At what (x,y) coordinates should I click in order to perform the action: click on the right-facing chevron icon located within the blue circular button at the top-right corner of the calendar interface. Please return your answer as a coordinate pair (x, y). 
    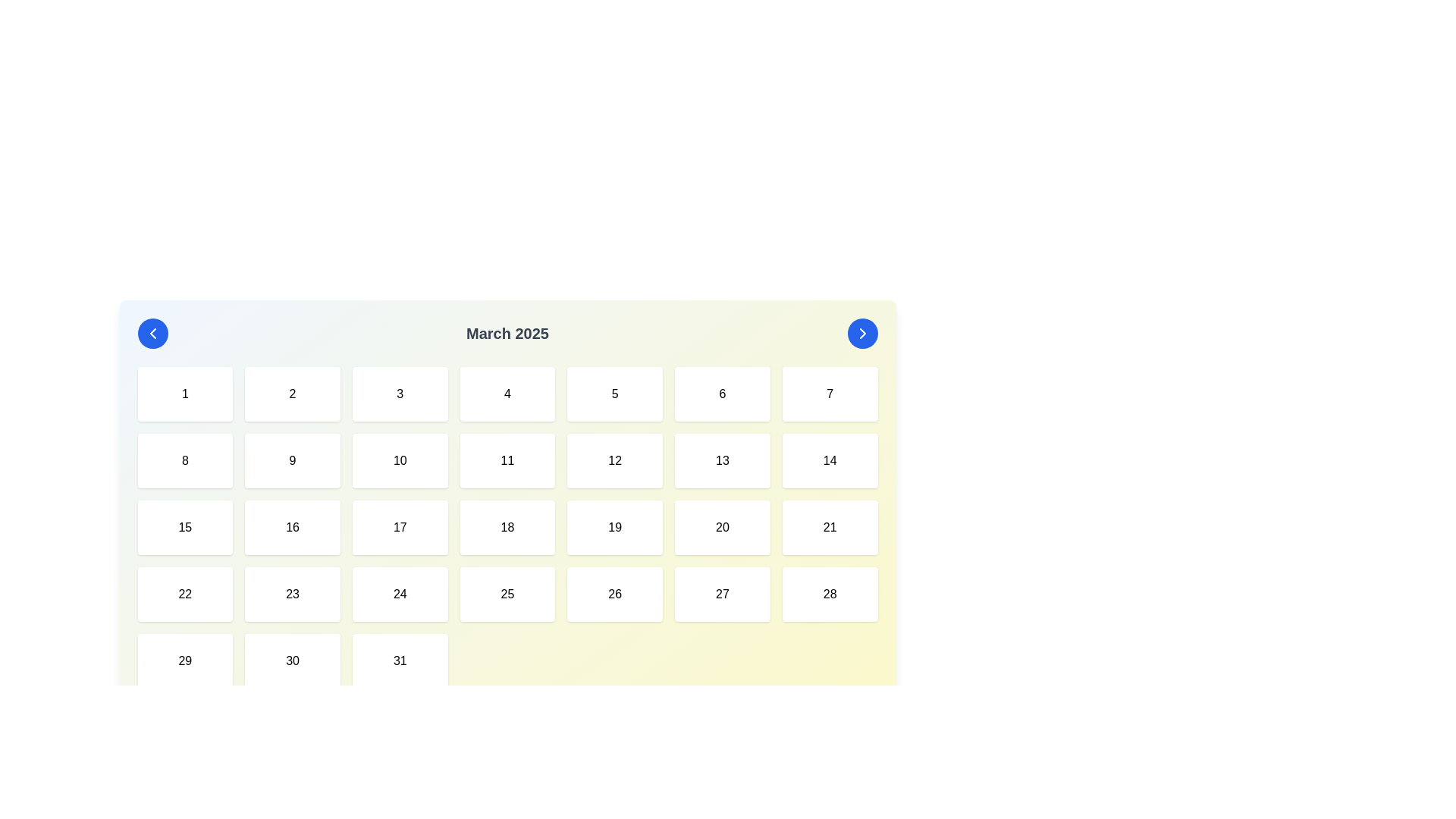
    Looking at the image, I should click on (862, 332).